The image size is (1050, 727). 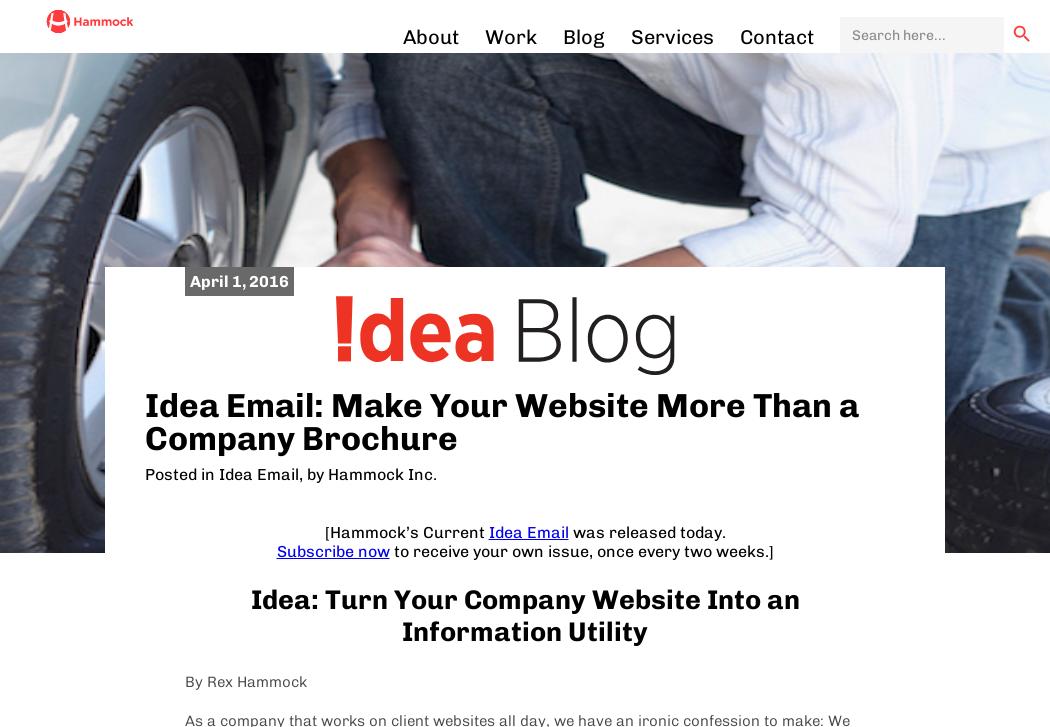 What do you see at coordinates (332, 550) in the screenshot?
I see `'Subscribe now'` at bounding box center [332, 550].